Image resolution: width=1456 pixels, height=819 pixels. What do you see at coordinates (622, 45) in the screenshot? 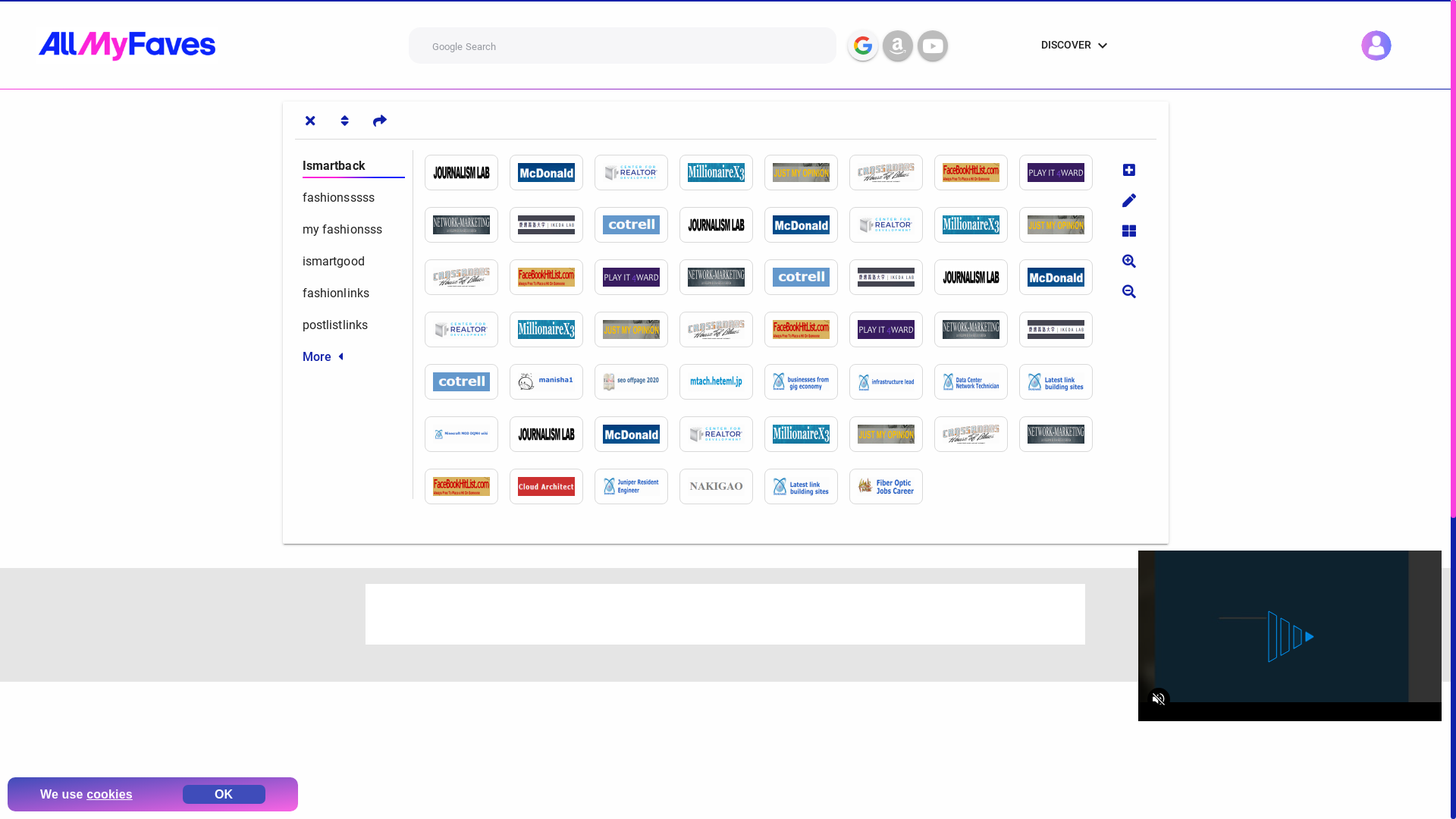
I see `'Enter your query and then select the search engine'` at bounding box center [622, 45].